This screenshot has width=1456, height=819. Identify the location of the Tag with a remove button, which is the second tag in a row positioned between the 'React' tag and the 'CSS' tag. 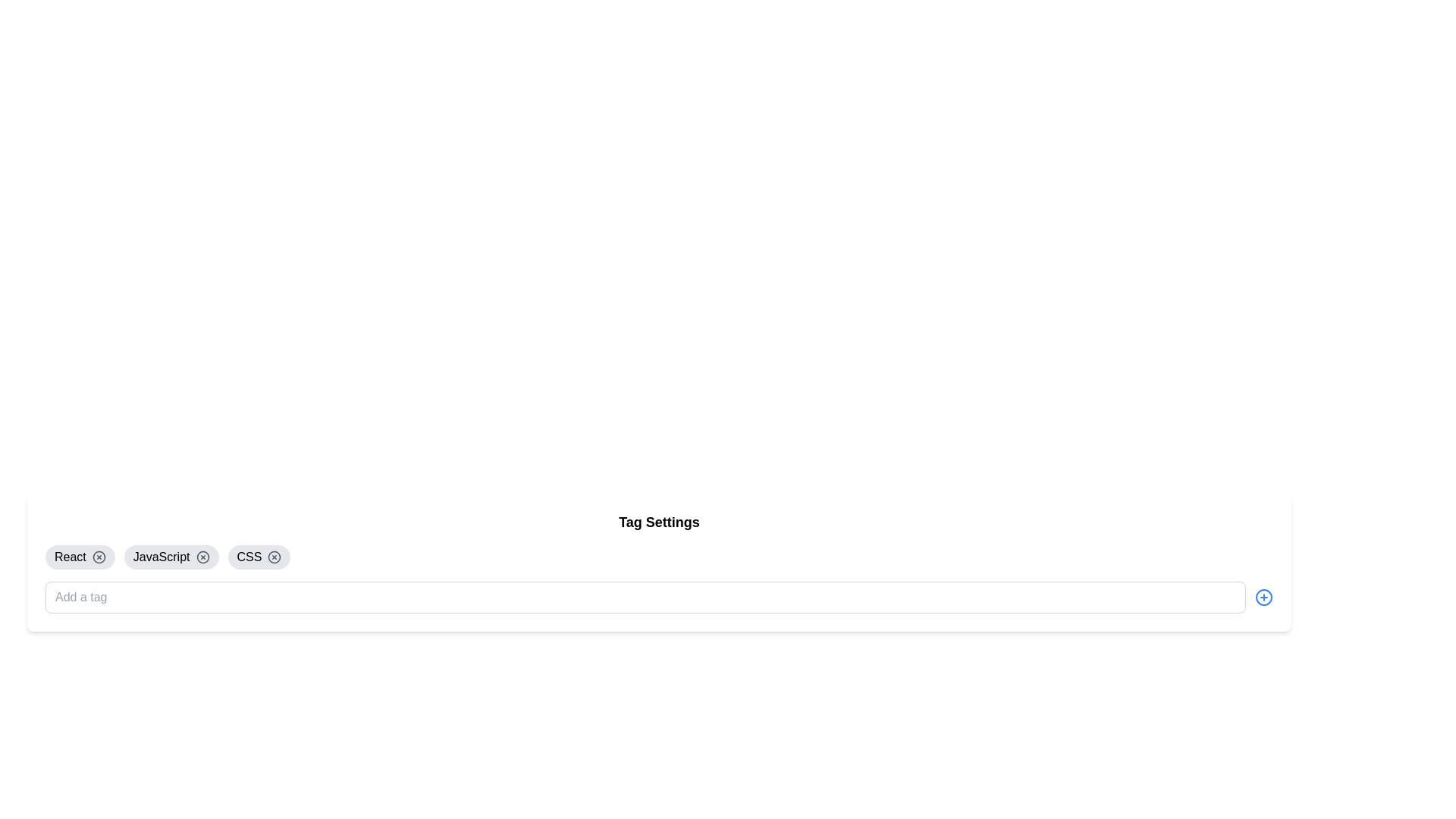
(171, 557).